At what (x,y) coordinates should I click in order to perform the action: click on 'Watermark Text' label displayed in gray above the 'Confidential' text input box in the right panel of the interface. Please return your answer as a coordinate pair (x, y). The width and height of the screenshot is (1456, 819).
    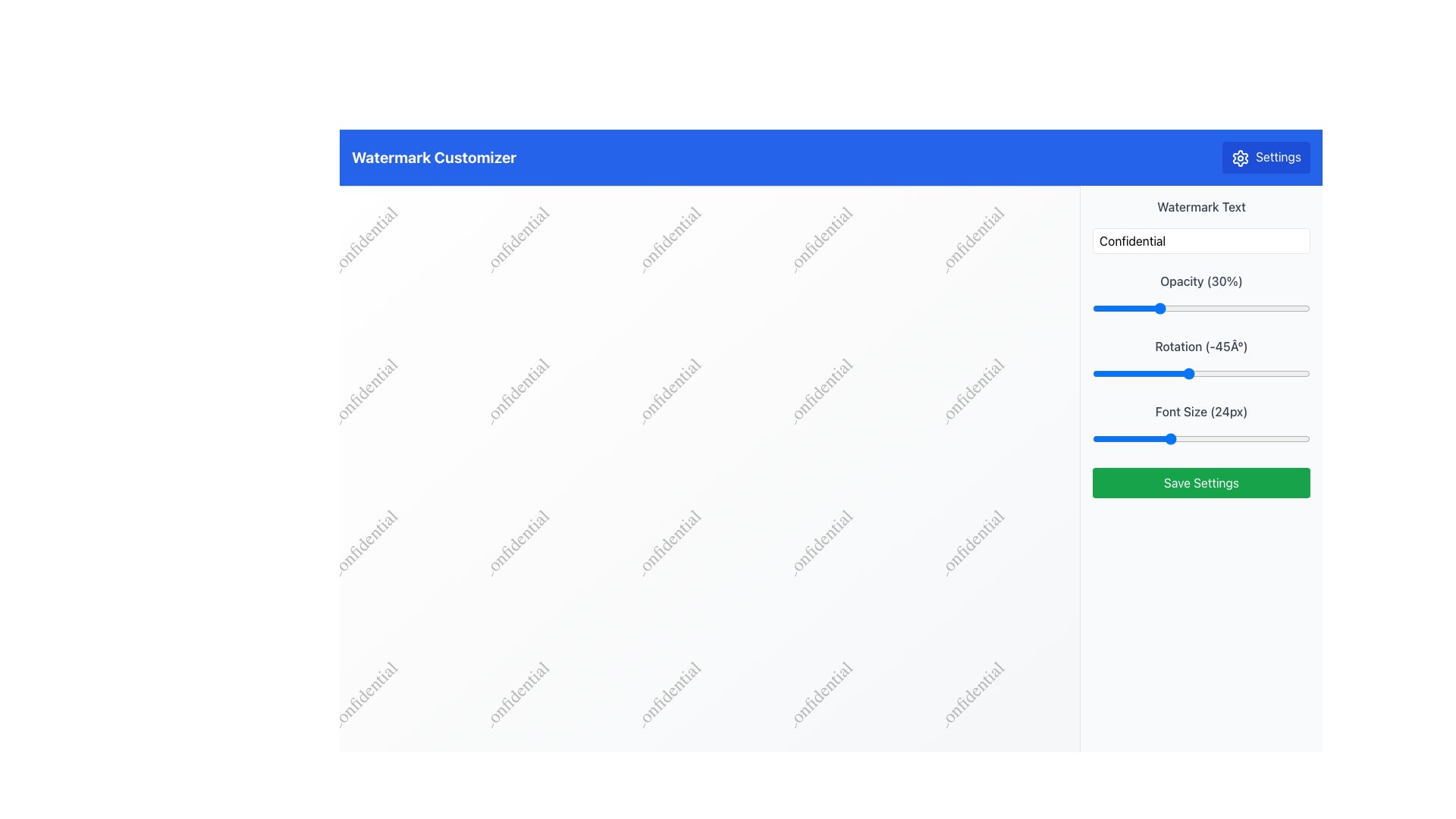
    Looking at the image, I should click on (1200, 206).